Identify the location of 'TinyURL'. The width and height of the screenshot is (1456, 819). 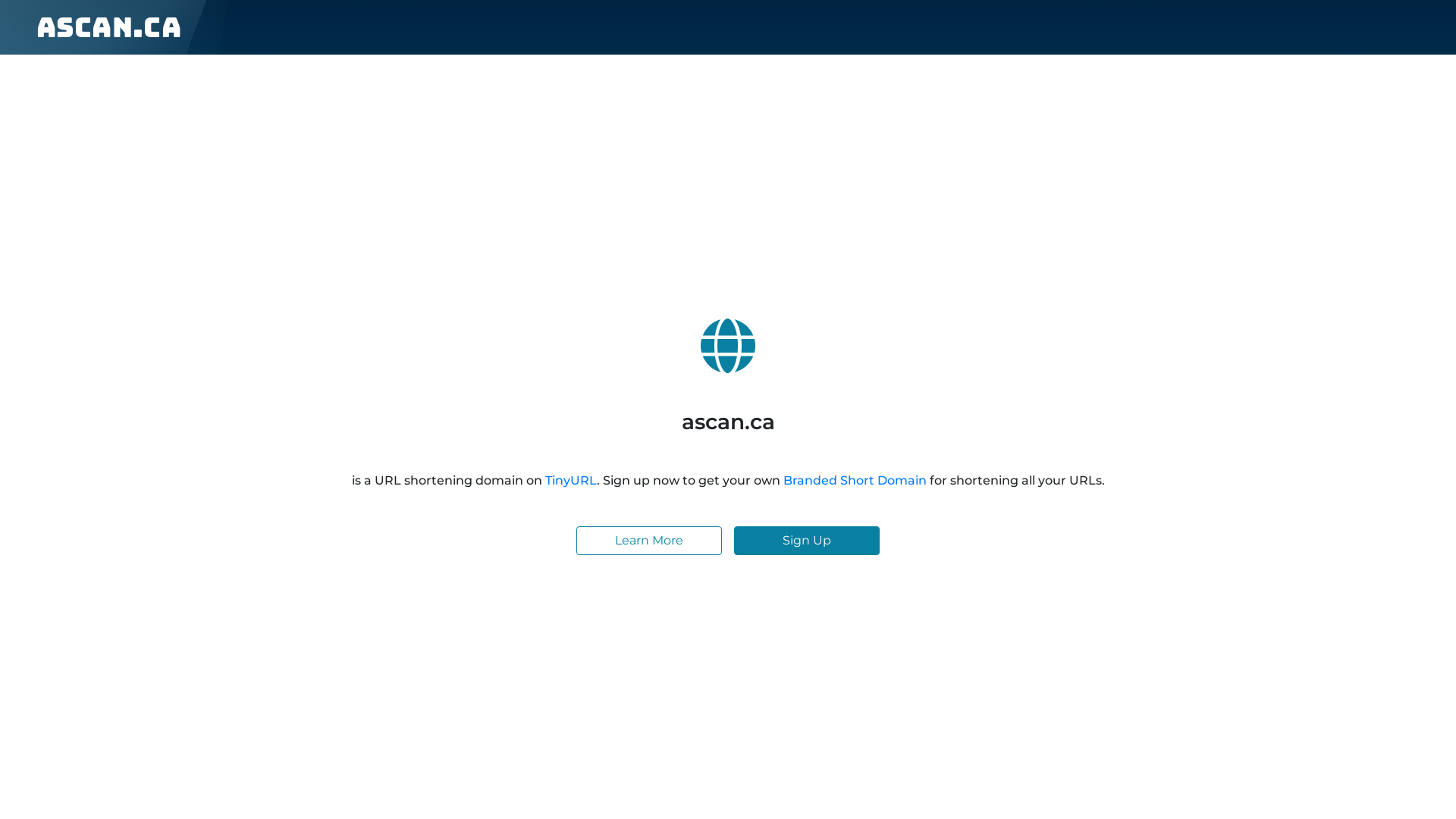
(570, 480).